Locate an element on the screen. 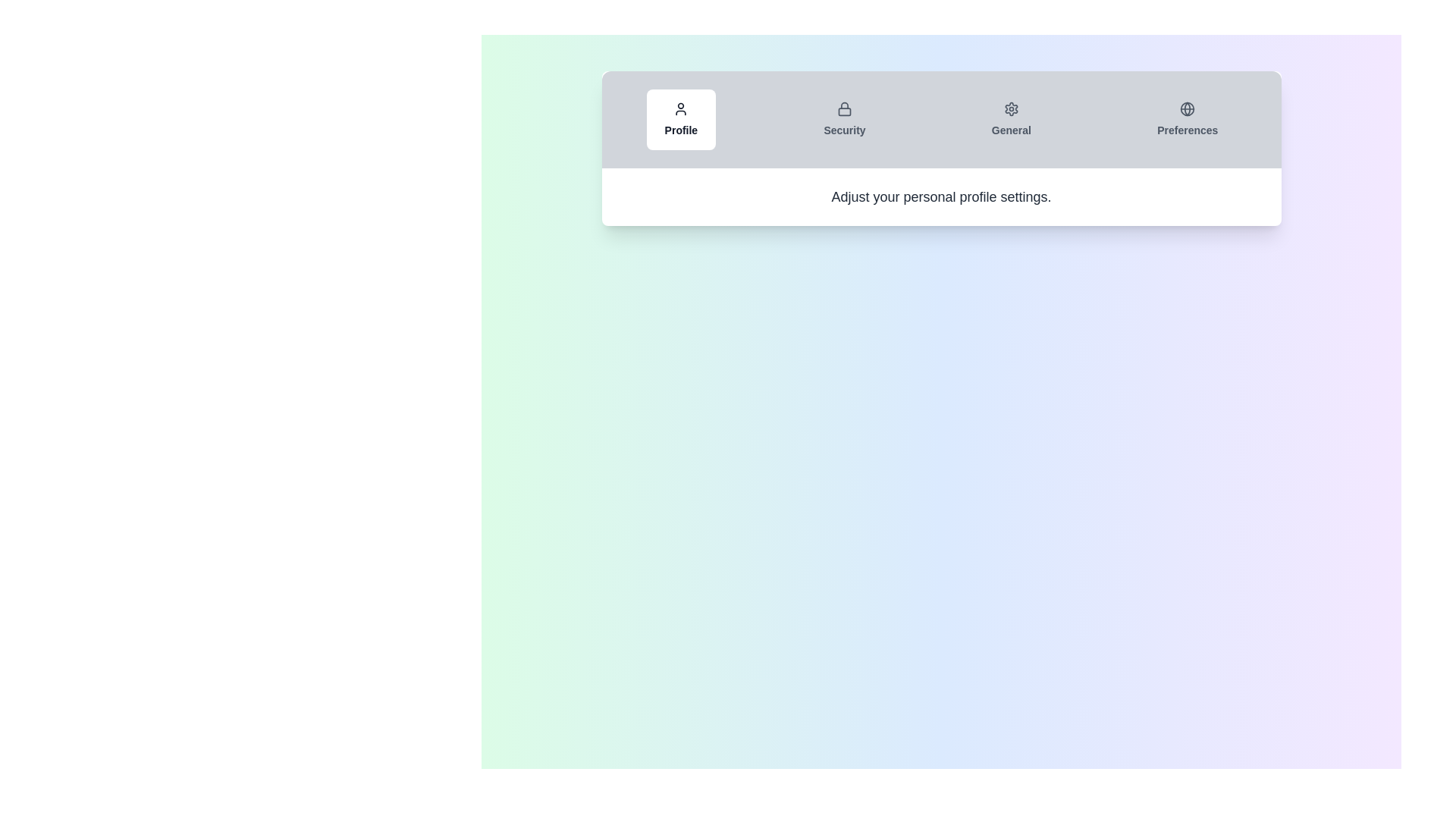 The image size is (1456, 819). the Profile tab to view its content is located at coordinates (679, 119).